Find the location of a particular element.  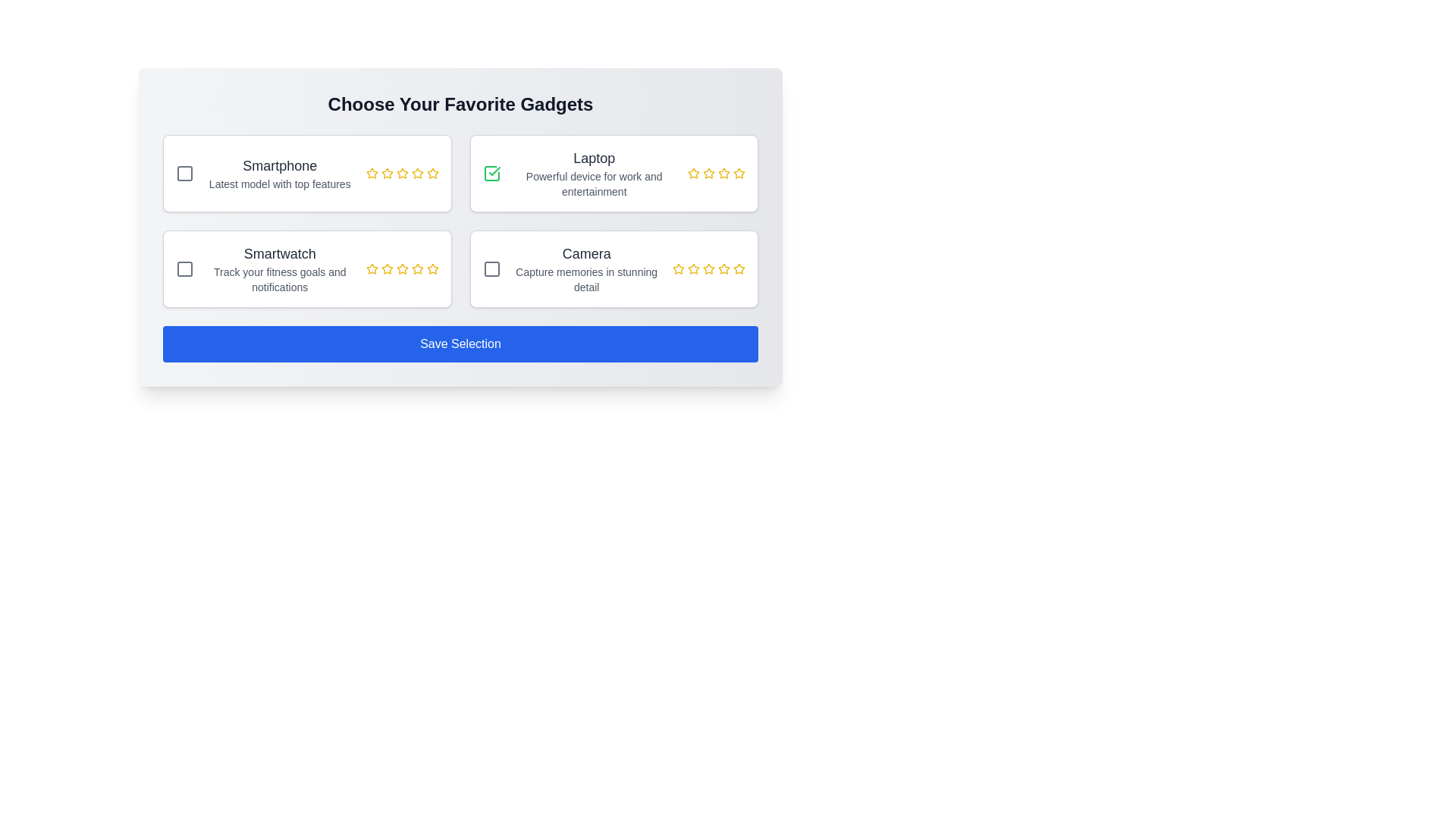

the second star icon for rating in the 5-star rating component of the 'Laptop' section is located at coordinates (693, 172).